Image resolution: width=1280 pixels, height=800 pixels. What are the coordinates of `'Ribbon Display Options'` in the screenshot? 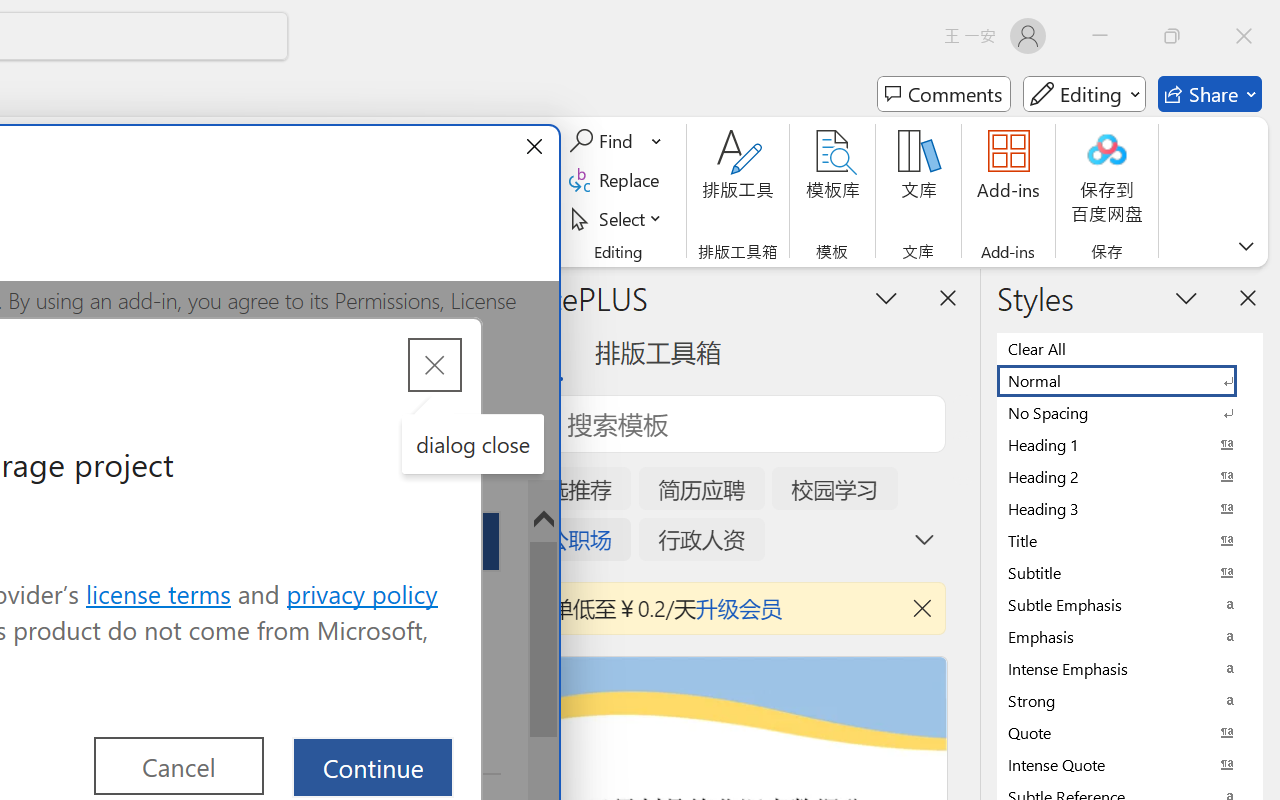 It's located at (1245, 245).